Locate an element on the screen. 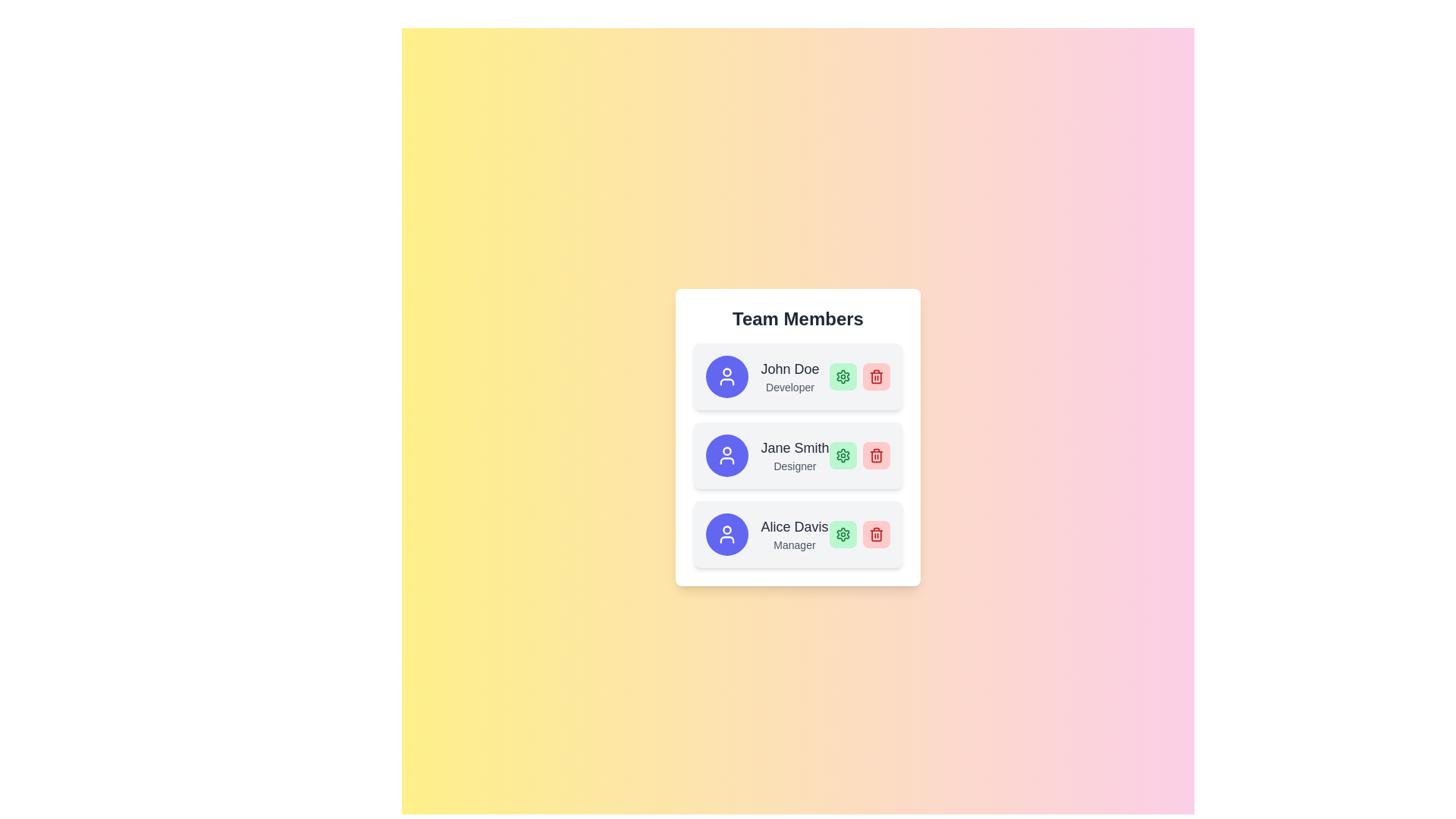 Image resolution: width=1456 pixels, height=819 pixels. the green gear-shaped icon button located in the 'Team Members' section next to 'Jane Smith' is located at coordinates (842, 455).